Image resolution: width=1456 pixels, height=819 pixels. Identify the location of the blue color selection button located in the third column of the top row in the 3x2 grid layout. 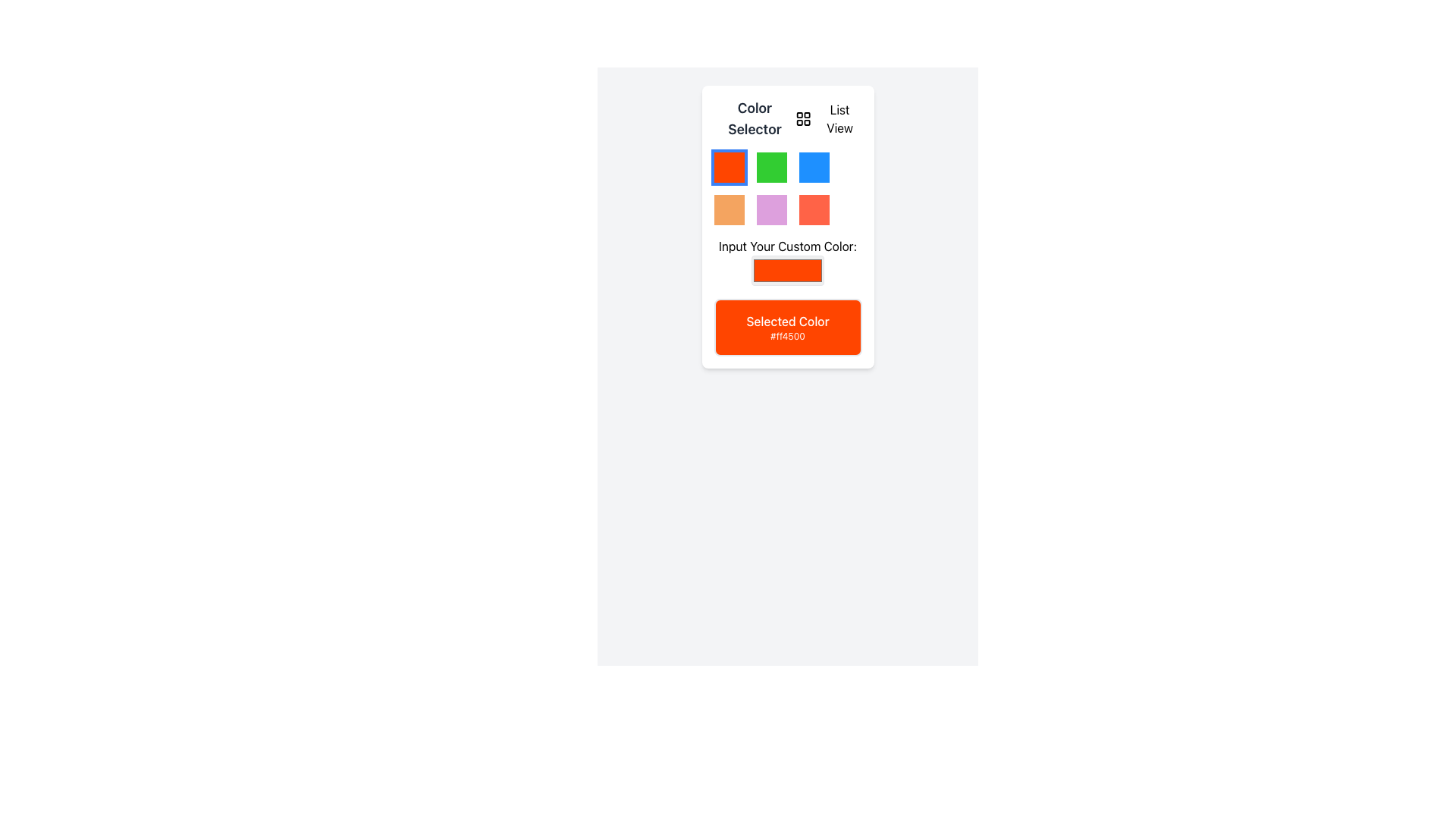
(813, 167).